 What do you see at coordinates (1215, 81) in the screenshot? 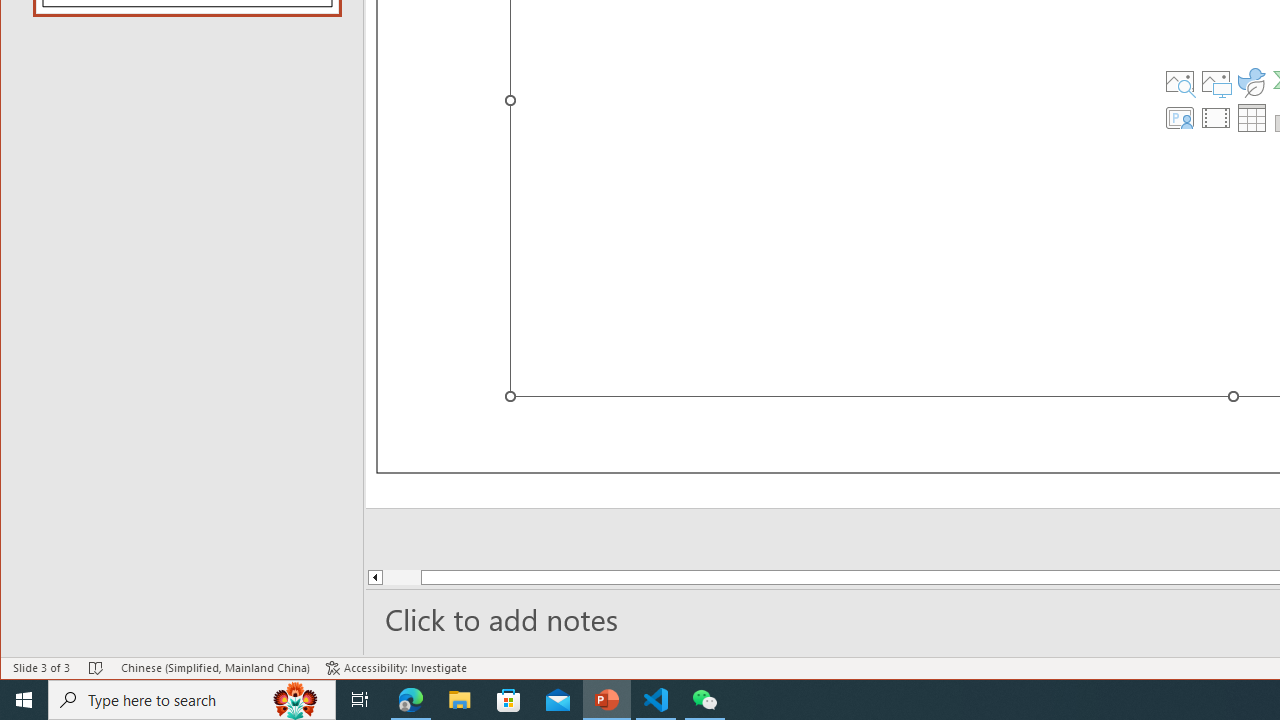
I see `'Pictures'` at bounding box center [1215, 81].